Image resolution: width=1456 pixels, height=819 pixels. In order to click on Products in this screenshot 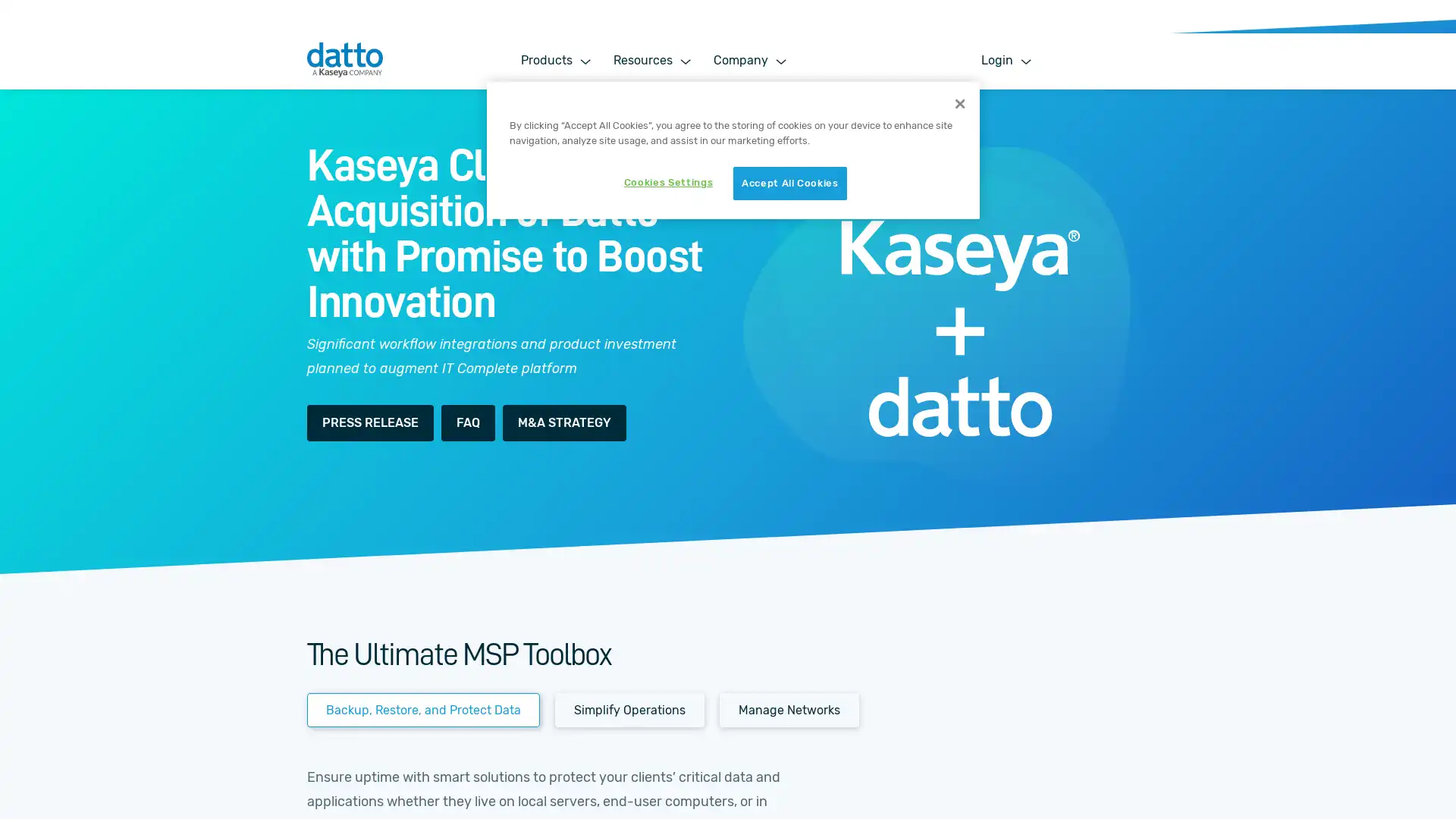, I will do `click(542, 60)`.